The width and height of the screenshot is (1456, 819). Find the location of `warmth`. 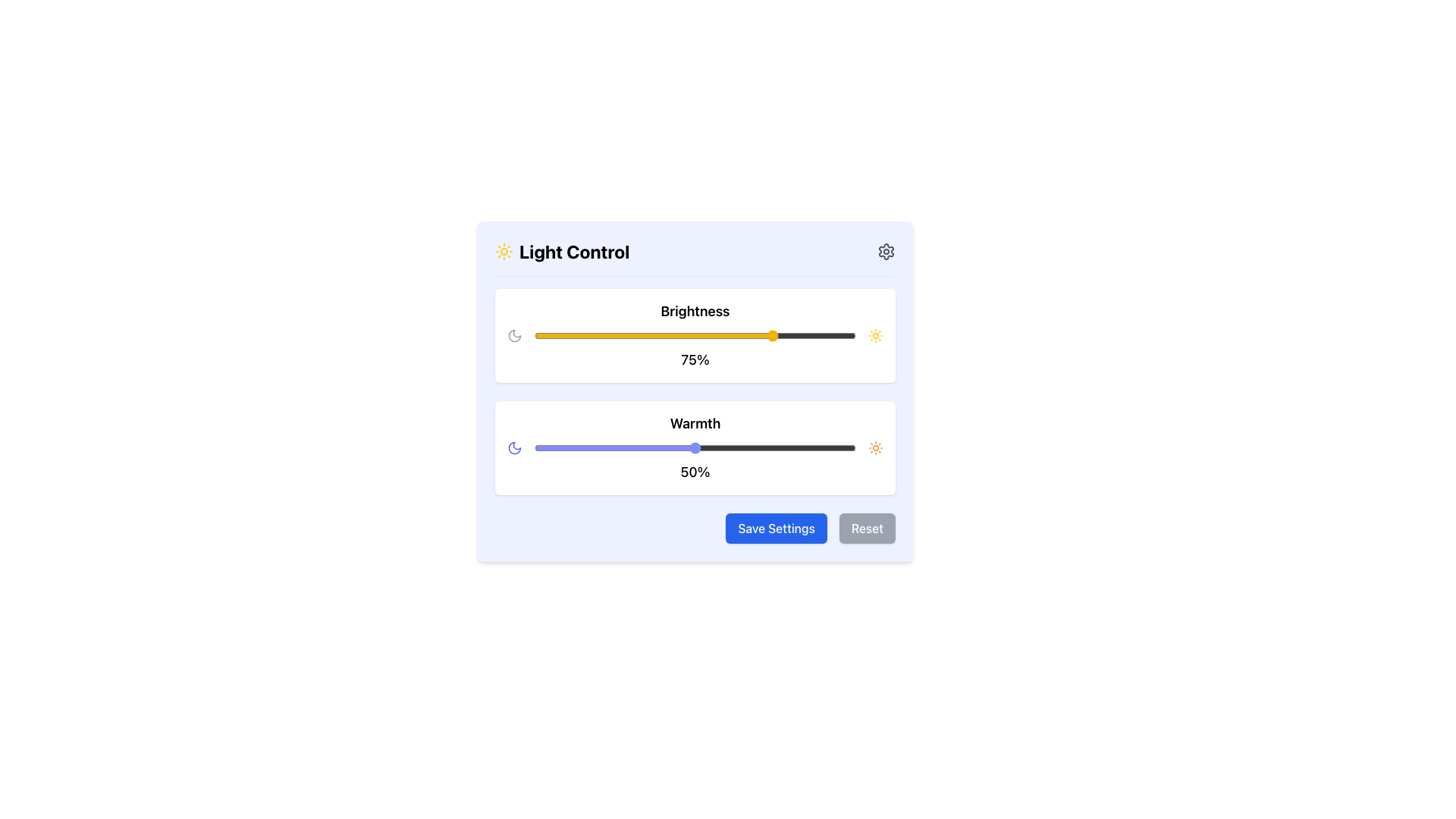

warmth is located at coordinates (737, 447).